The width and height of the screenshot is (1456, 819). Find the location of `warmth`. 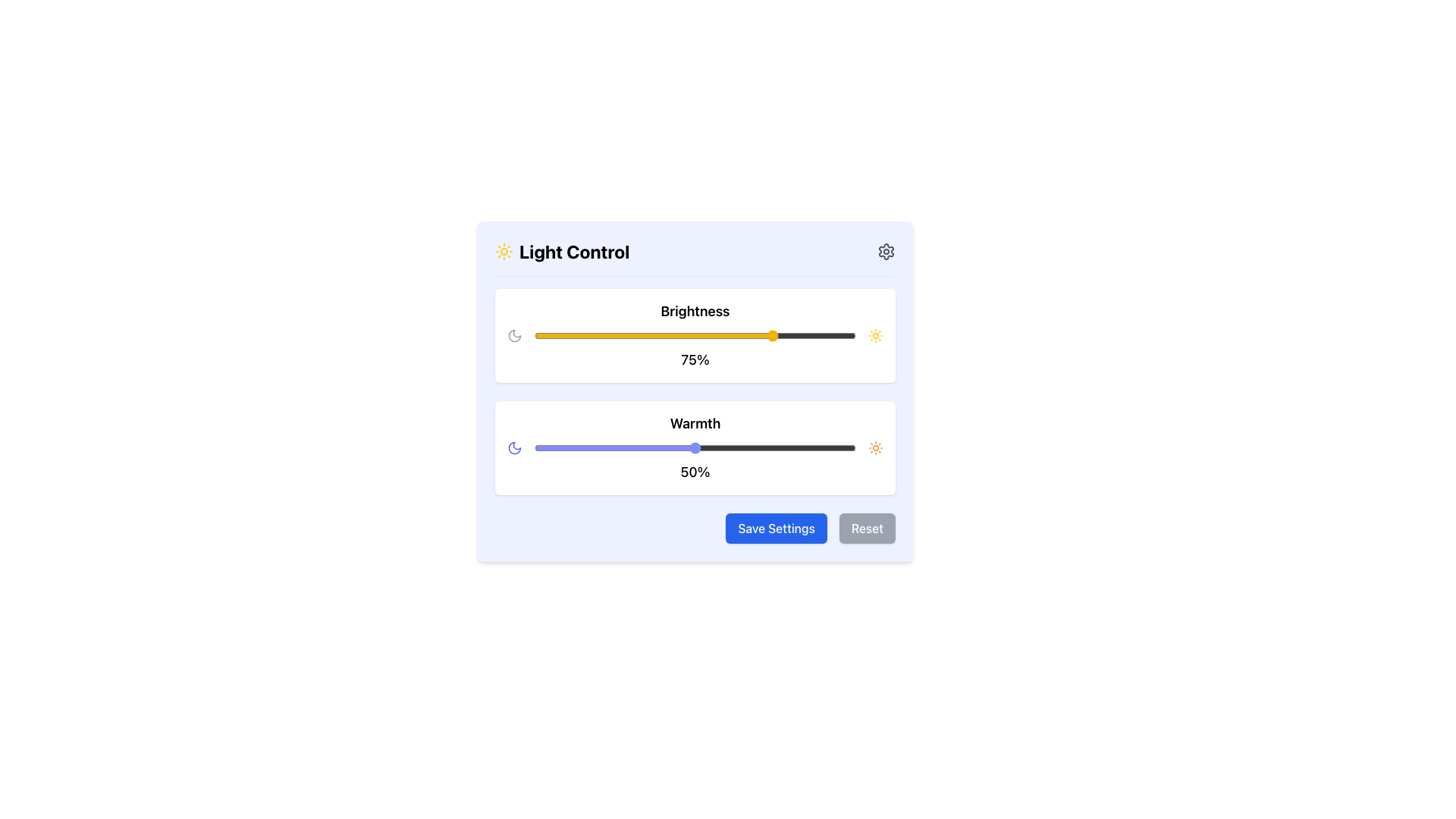

warmth is located at coordinates (737, 447).